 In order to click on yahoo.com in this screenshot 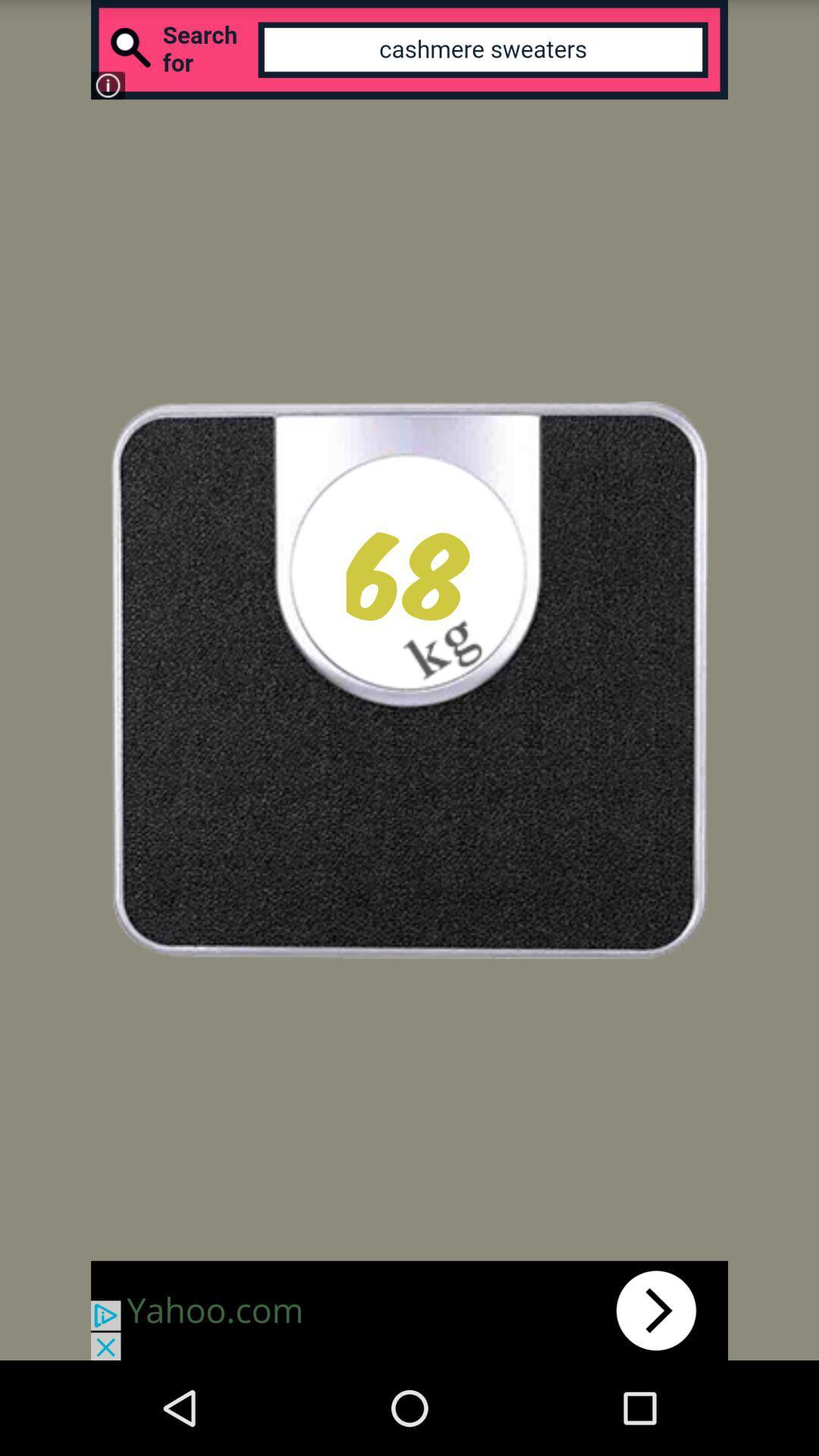, I will do `click(409, 1310)`.